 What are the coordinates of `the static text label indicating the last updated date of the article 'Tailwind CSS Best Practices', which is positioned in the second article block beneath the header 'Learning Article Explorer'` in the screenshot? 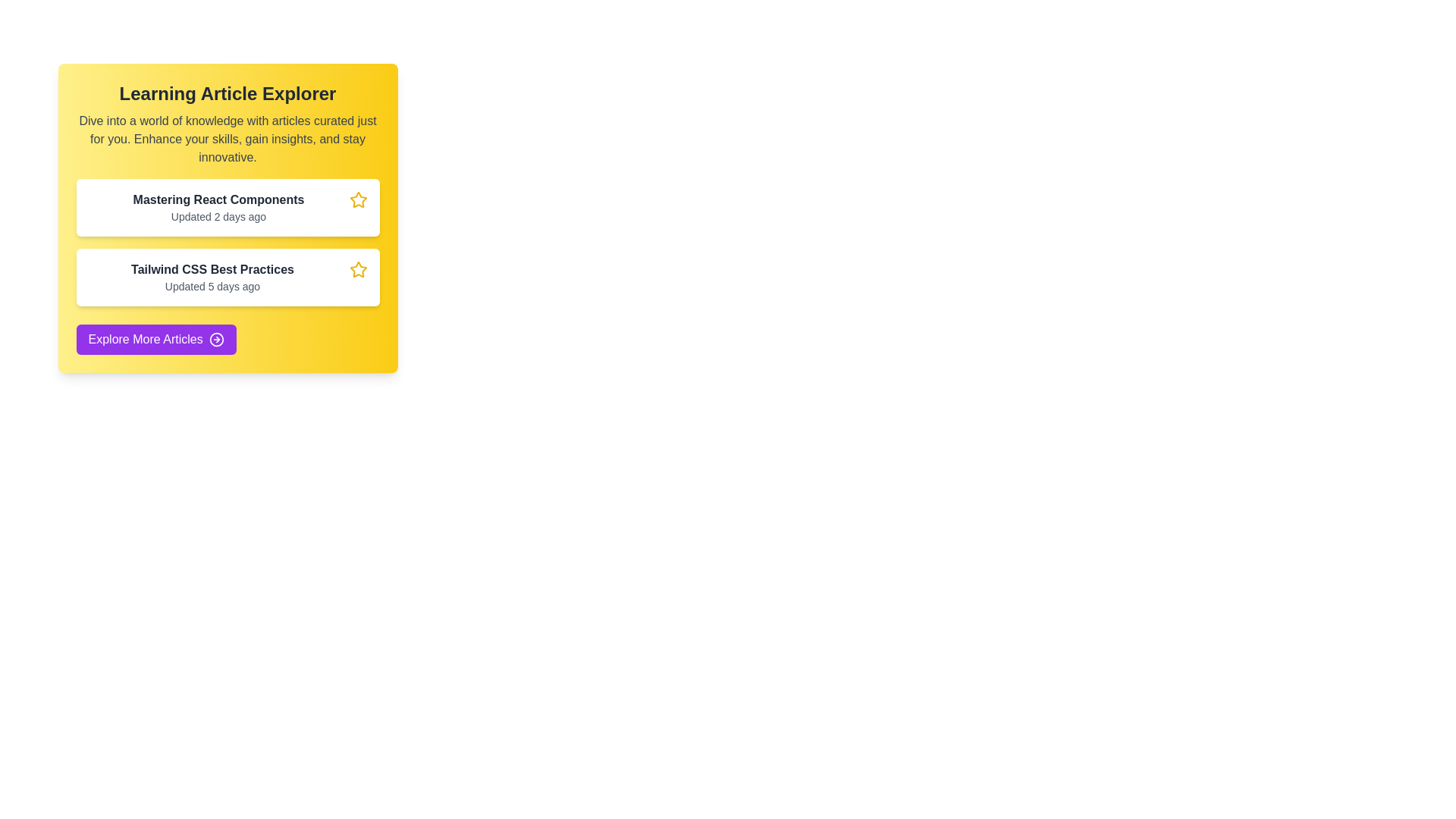 It's located at (212, 287).